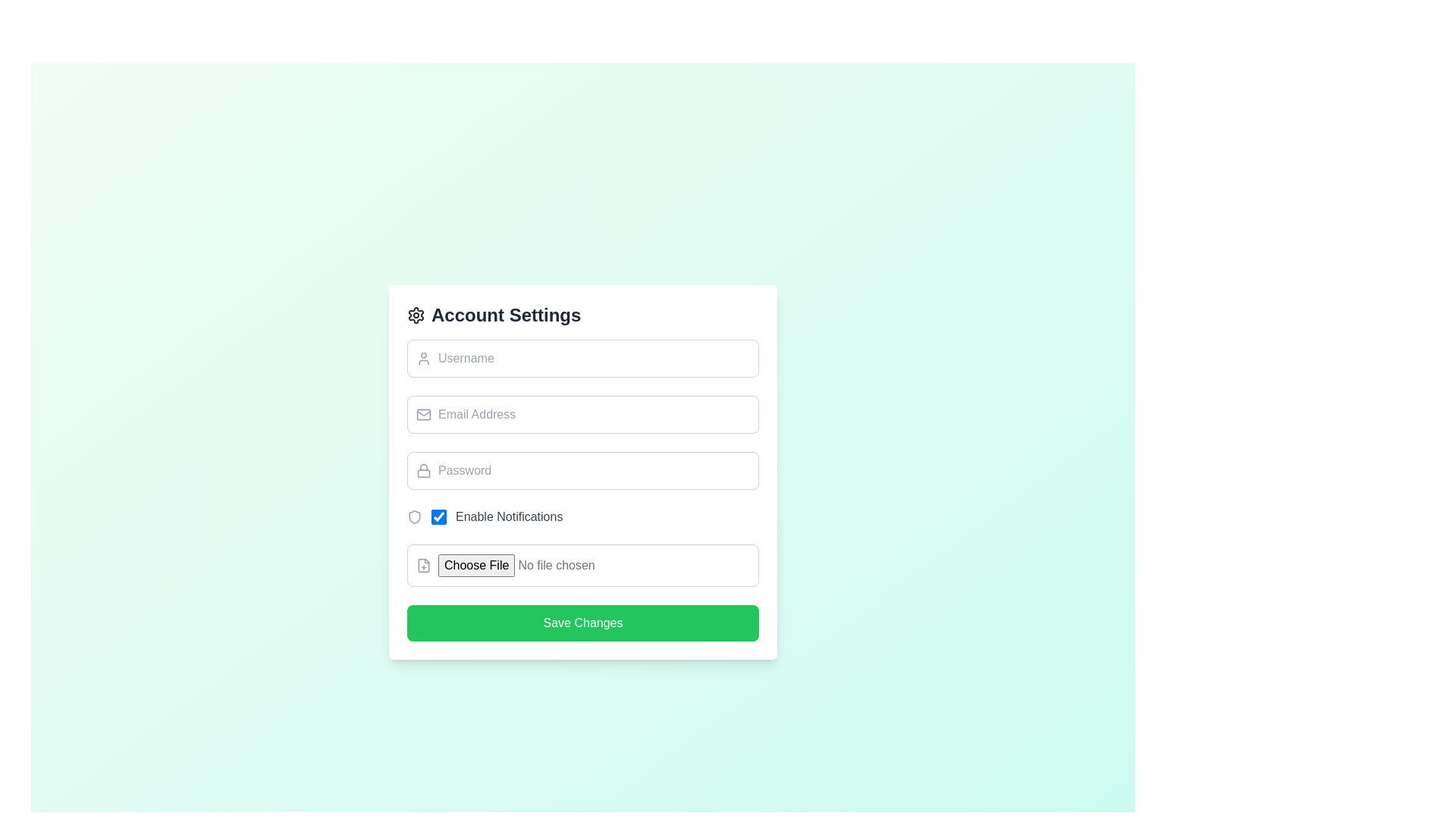 This screenshot has width=1456, height=819. I want to click on the small, gray user icon located at the far left of the 'Username' text input field, which is rendered as an SVG with a circular head and torso outline, so click(423, 359).